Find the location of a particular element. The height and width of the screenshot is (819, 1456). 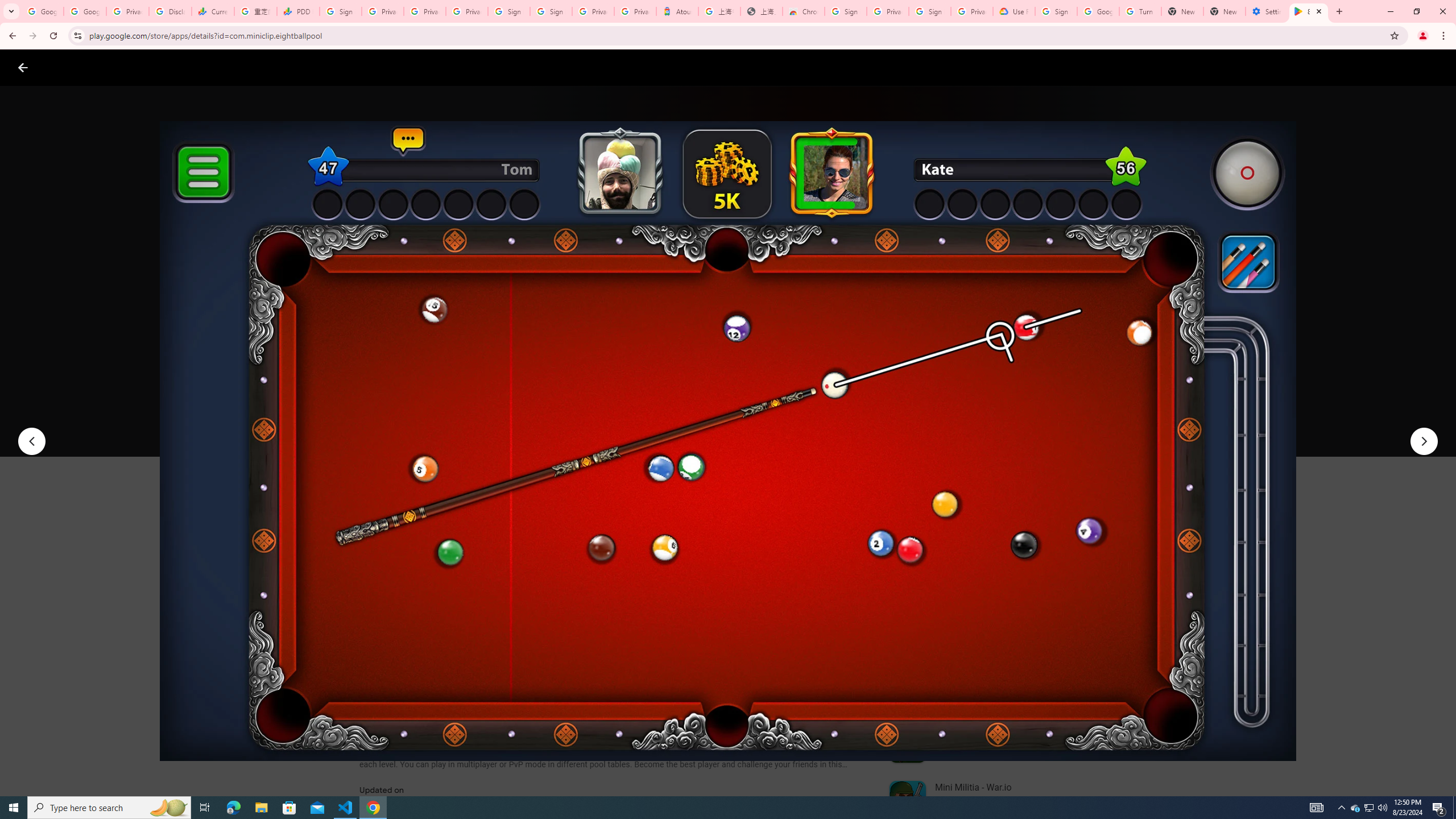

'Chrome Web Store - Color themes by Chrome' is located at coordinates (804, 11).